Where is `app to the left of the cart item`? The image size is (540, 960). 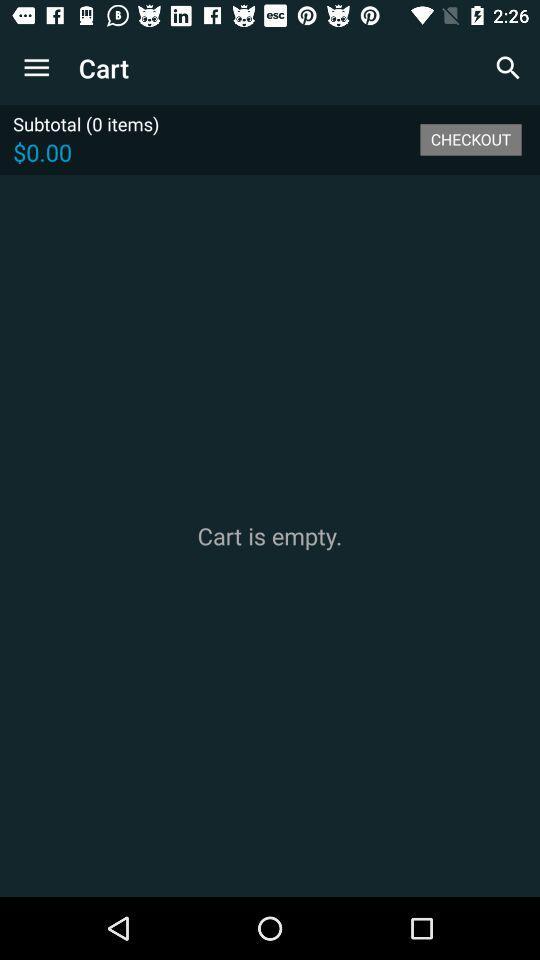 app to the left of the cart item is located at coordinates (36, 68).